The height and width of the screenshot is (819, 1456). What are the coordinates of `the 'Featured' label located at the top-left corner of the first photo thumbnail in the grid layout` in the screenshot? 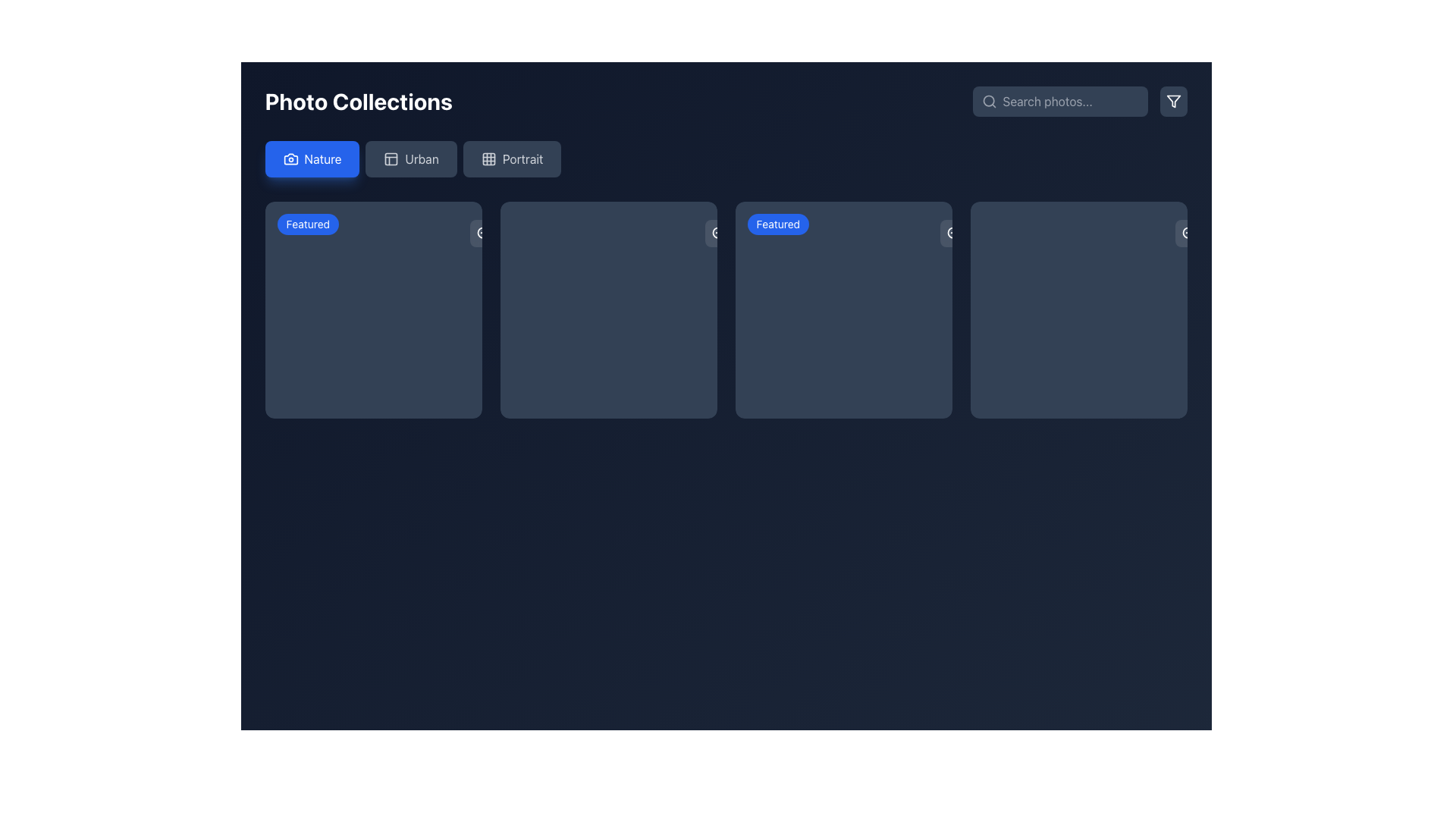 It's located at (307, 224).